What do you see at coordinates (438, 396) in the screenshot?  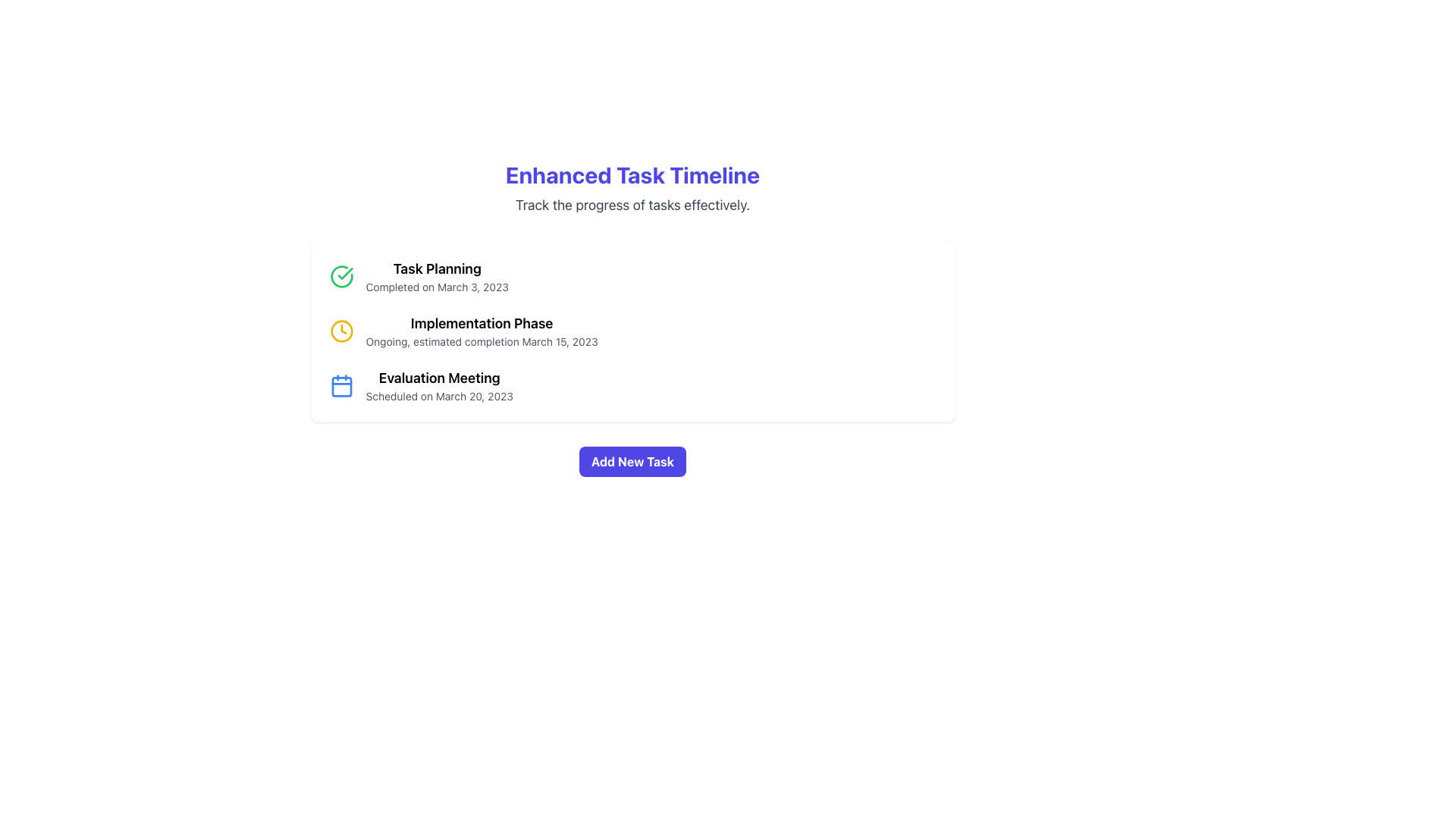 I see `the static text display that shows 'Scheduled on March 20, 2023', which is styled in a smaller font size and gray shade, located beneath the title 'Evaluation Meeting'` at bounding box center [438, 396].